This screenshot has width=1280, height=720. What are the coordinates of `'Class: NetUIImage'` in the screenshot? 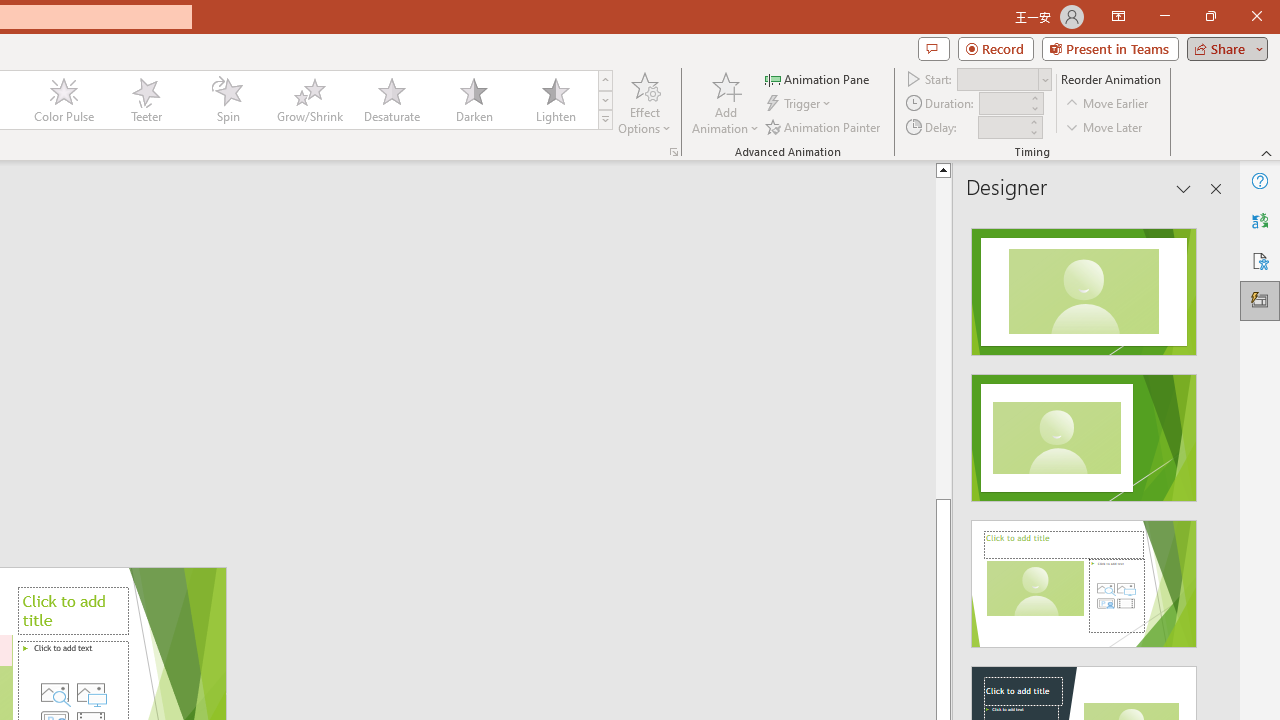 It's located at (605, 119).